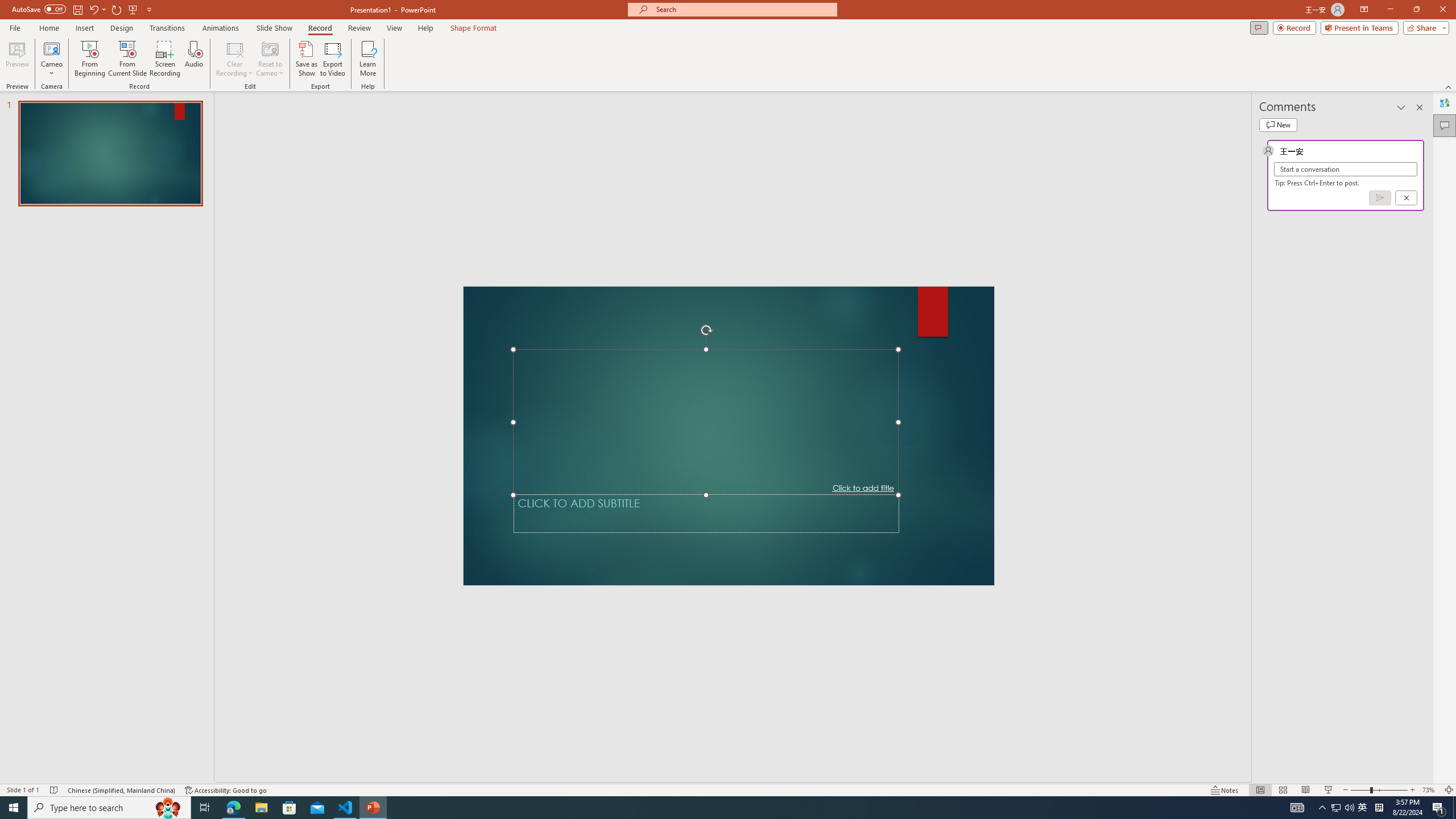  What do you see at coordinates (63, 773) in the screenshot?
I see `'Spelling and Grammar Check No Errors'` at bounding box center [63, 773].